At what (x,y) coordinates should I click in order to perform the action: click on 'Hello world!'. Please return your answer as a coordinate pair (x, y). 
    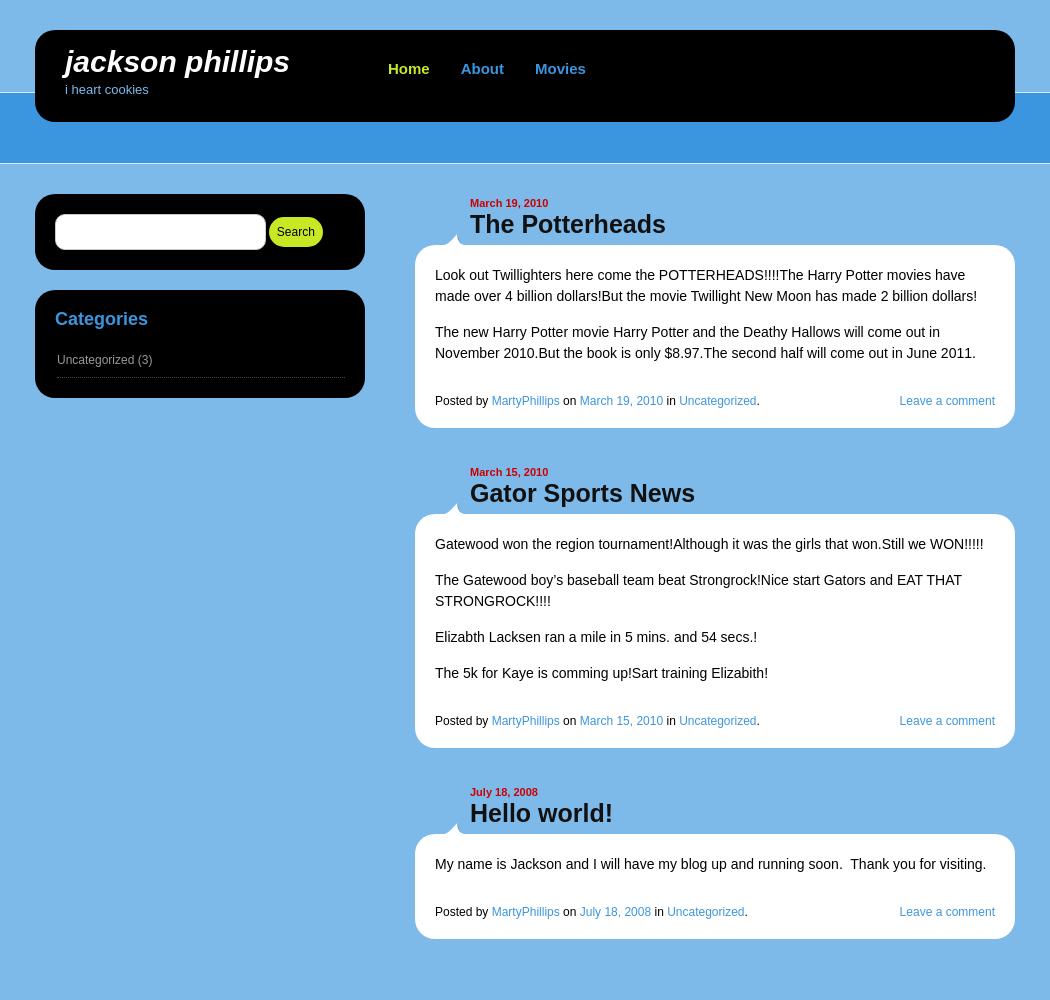
    Looking at the image, I should click on (541, 812).